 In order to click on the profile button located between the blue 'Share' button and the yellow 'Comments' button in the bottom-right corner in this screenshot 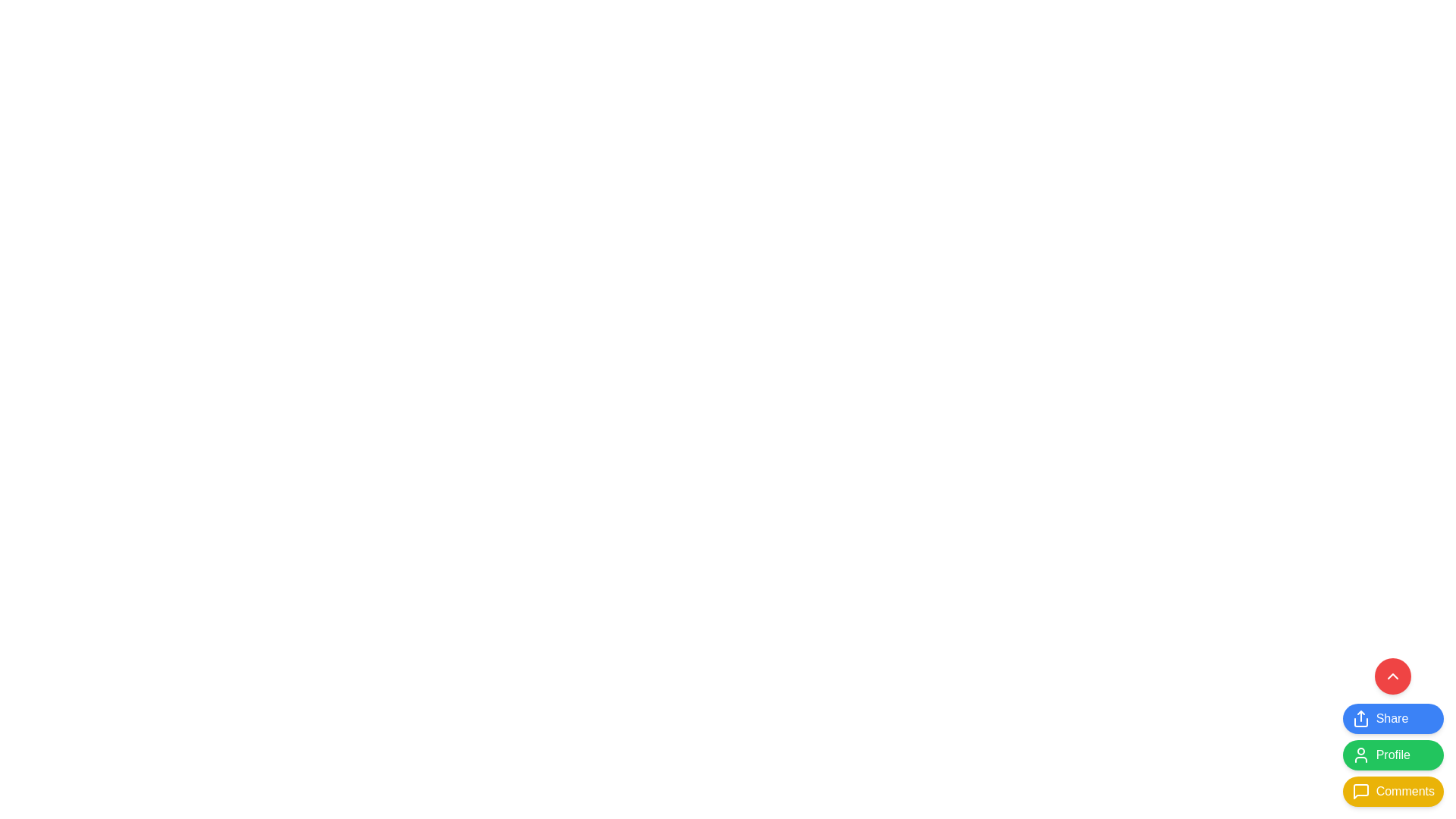, I will do `click(1393, 755)`.